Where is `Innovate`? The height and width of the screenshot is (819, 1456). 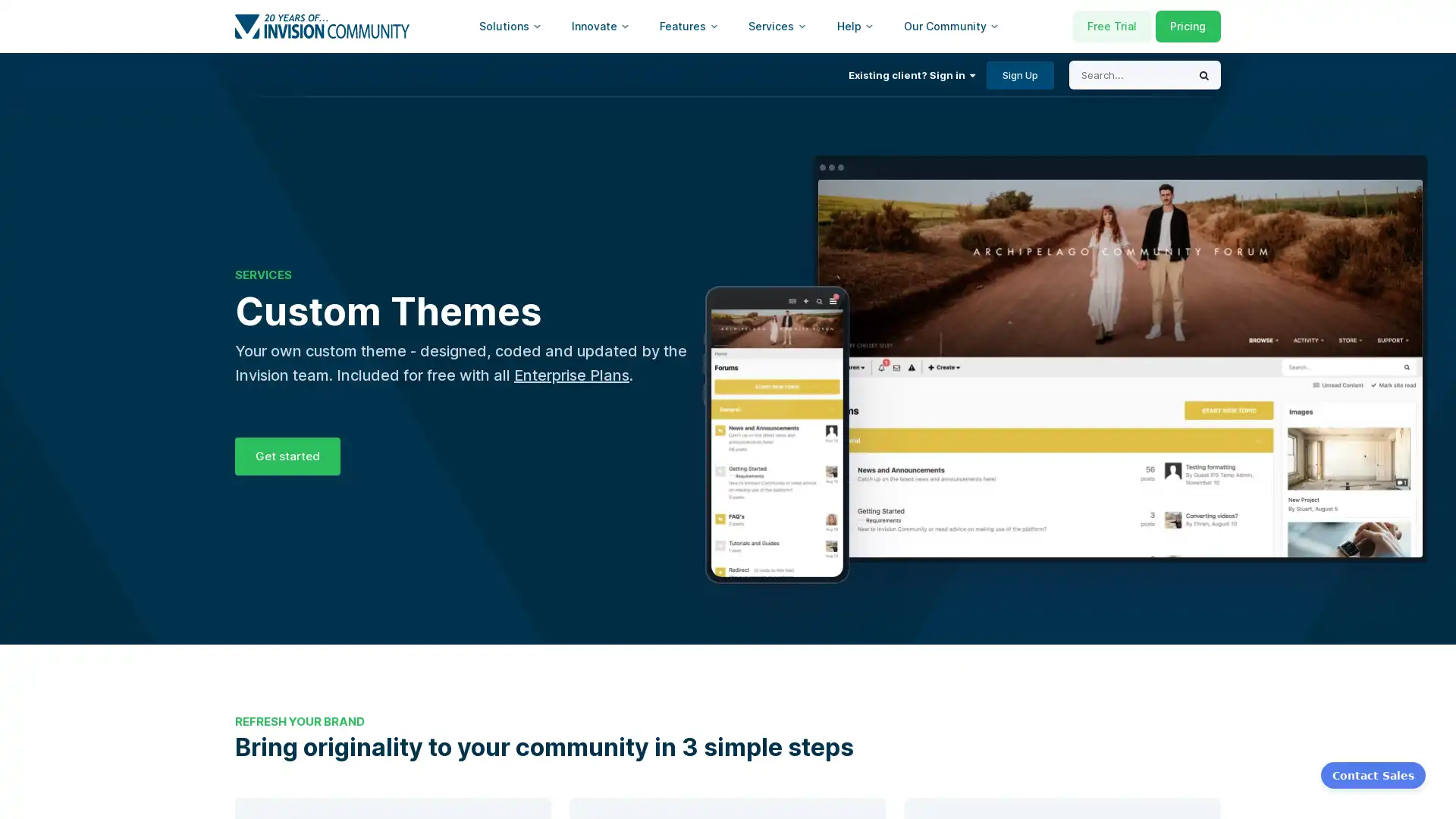 Innovate is located at coordinates (600, 26).